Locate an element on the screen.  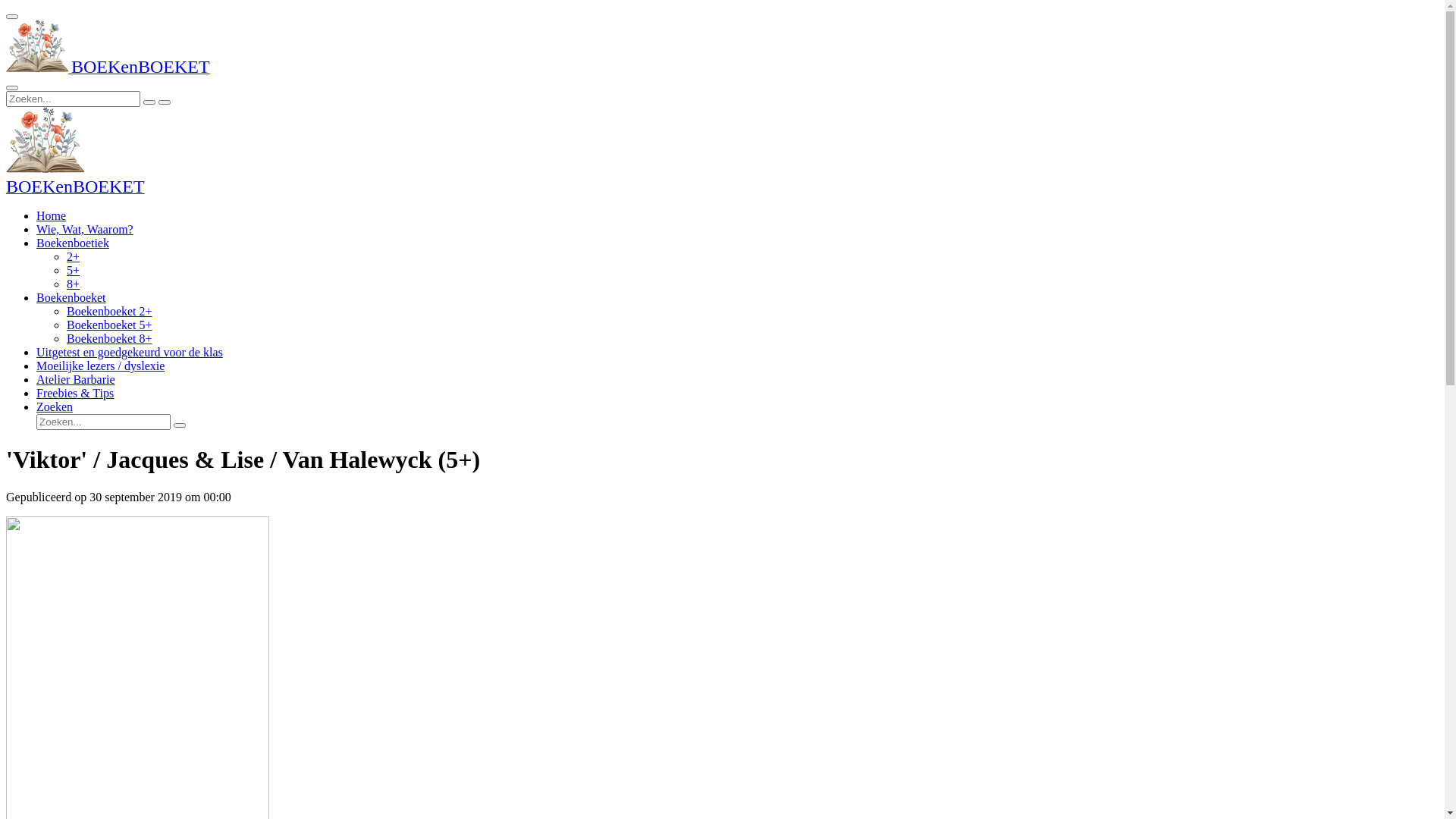
'BOEKenBOEKET' is located at coordinates (36, 45).